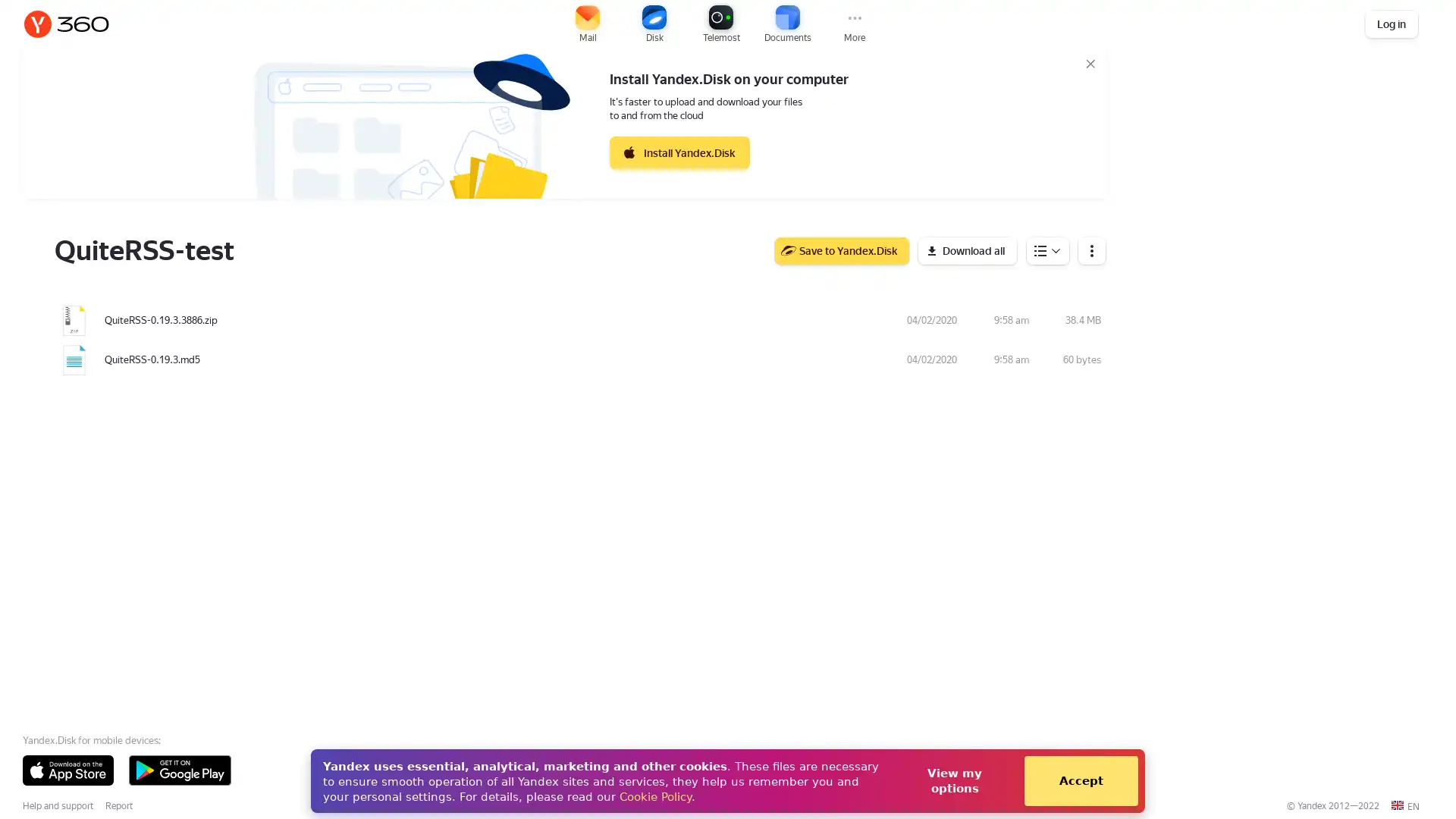 Image resolution: width=1456 pixels, height=819 pixels. What do you see at coordinates (1404, 805) in the screenshot?
I see `EN` at bounding box center [1404, 805].